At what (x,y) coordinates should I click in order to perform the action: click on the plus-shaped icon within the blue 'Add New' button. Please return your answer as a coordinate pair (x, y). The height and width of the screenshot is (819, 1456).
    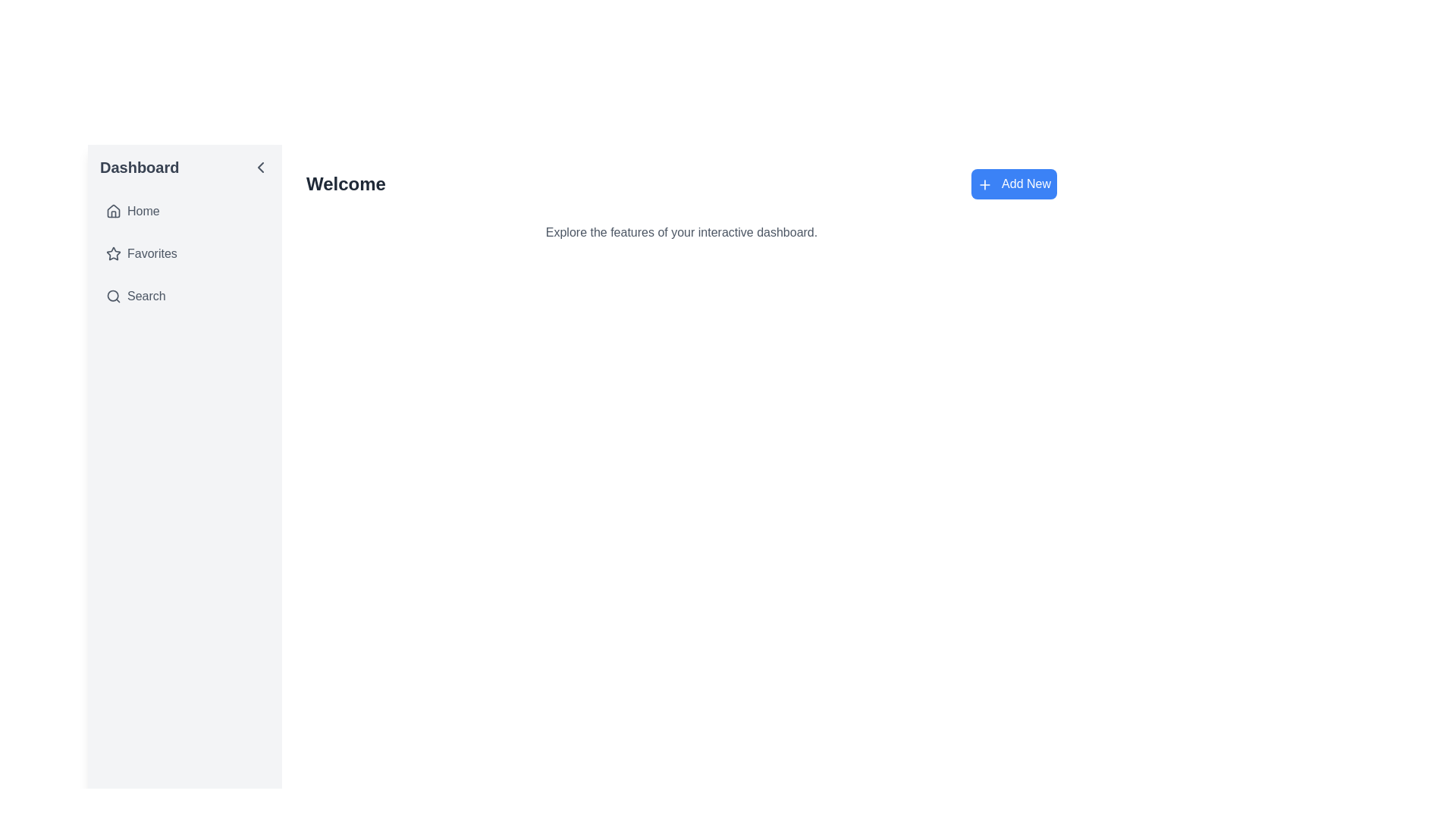
    Looking at the image, I should click on (984, 184).